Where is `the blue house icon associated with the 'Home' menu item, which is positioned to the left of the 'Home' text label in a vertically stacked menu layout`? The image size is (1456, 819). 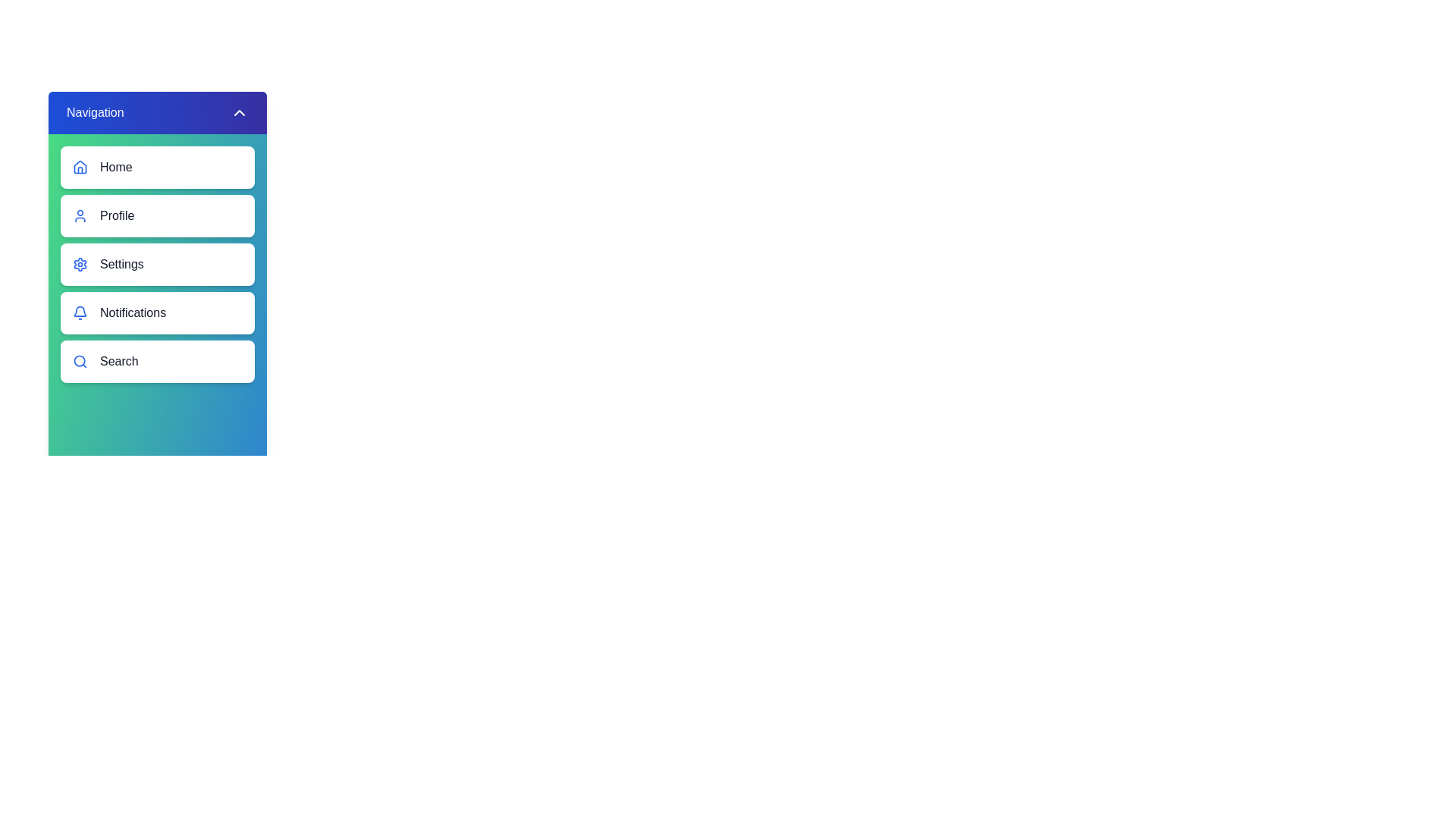
the blue house icon associated with the 'Home' menu item, which is positioned to the left of the 'Home' text label in a vertically stacked menu layout is located at coordinates (79, 167).